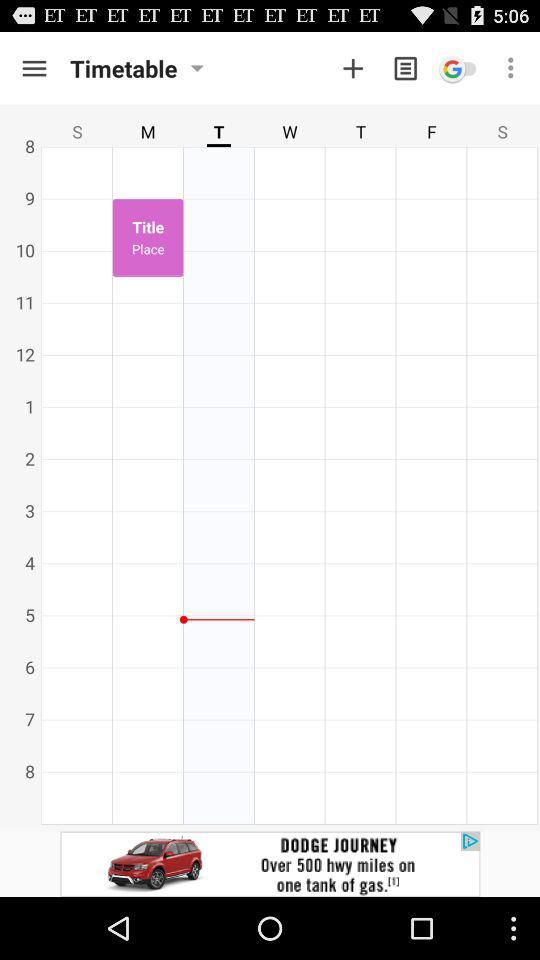 The image size is (540, 960). I want to click on the add icon, so click(352, 73).